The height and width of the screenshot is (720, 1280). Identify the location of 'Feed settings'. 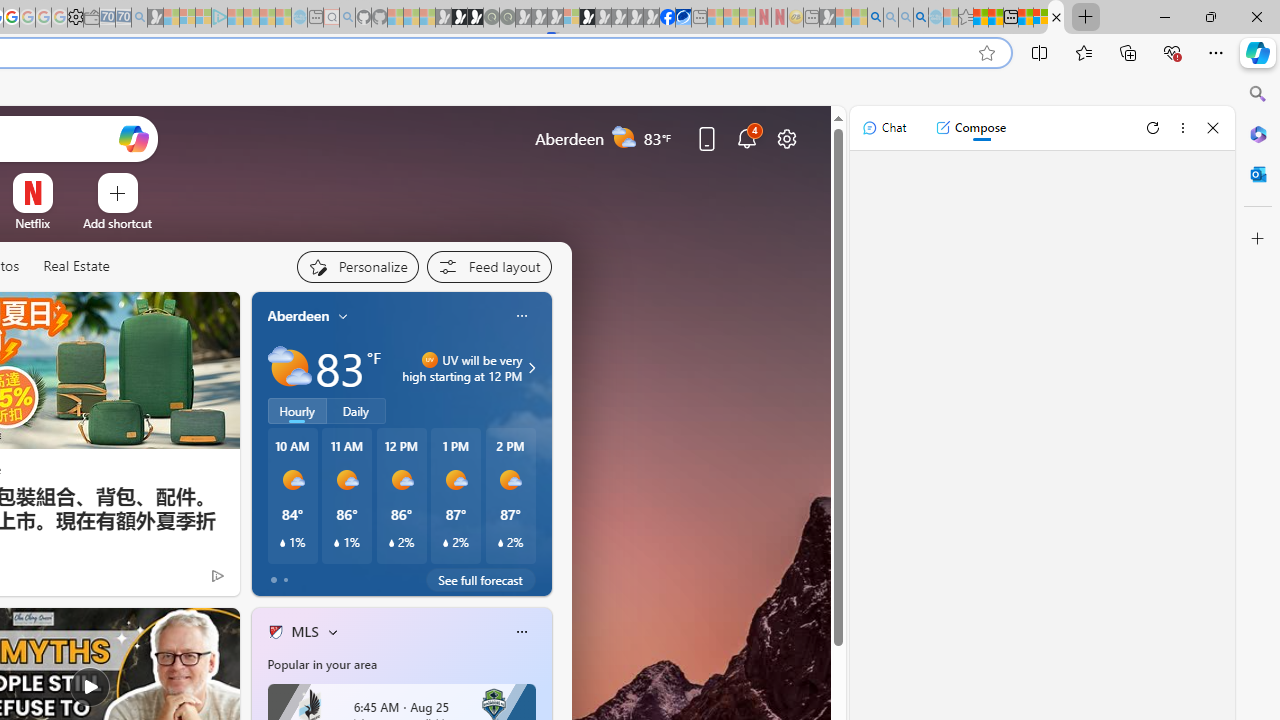
(488, 266).